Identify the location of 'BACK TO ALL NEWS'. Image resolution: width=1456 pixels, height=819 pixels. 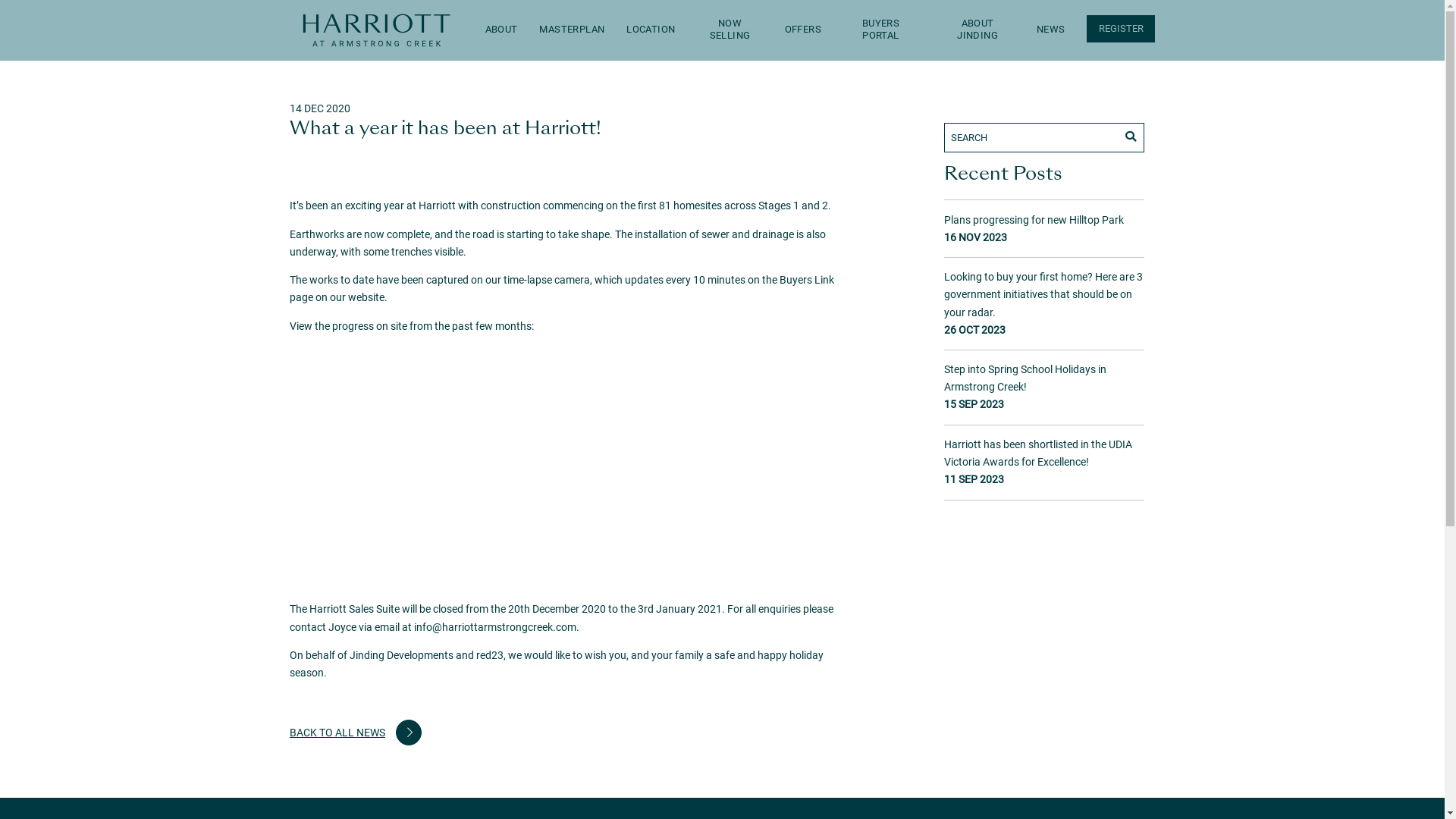
(355, 731).